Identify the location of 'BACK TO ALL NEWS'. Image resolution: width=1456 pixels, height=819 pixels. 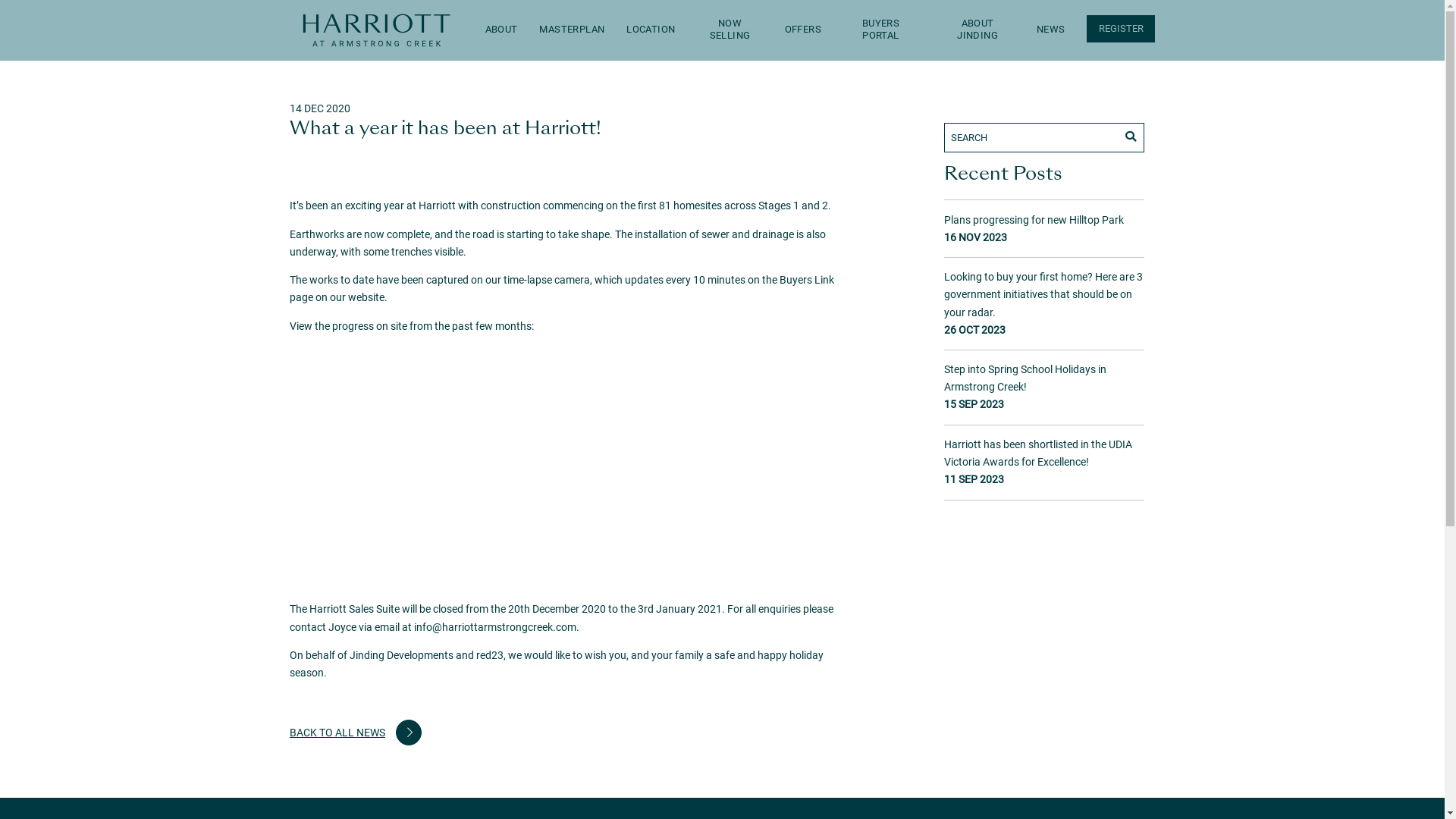
(355, 731).